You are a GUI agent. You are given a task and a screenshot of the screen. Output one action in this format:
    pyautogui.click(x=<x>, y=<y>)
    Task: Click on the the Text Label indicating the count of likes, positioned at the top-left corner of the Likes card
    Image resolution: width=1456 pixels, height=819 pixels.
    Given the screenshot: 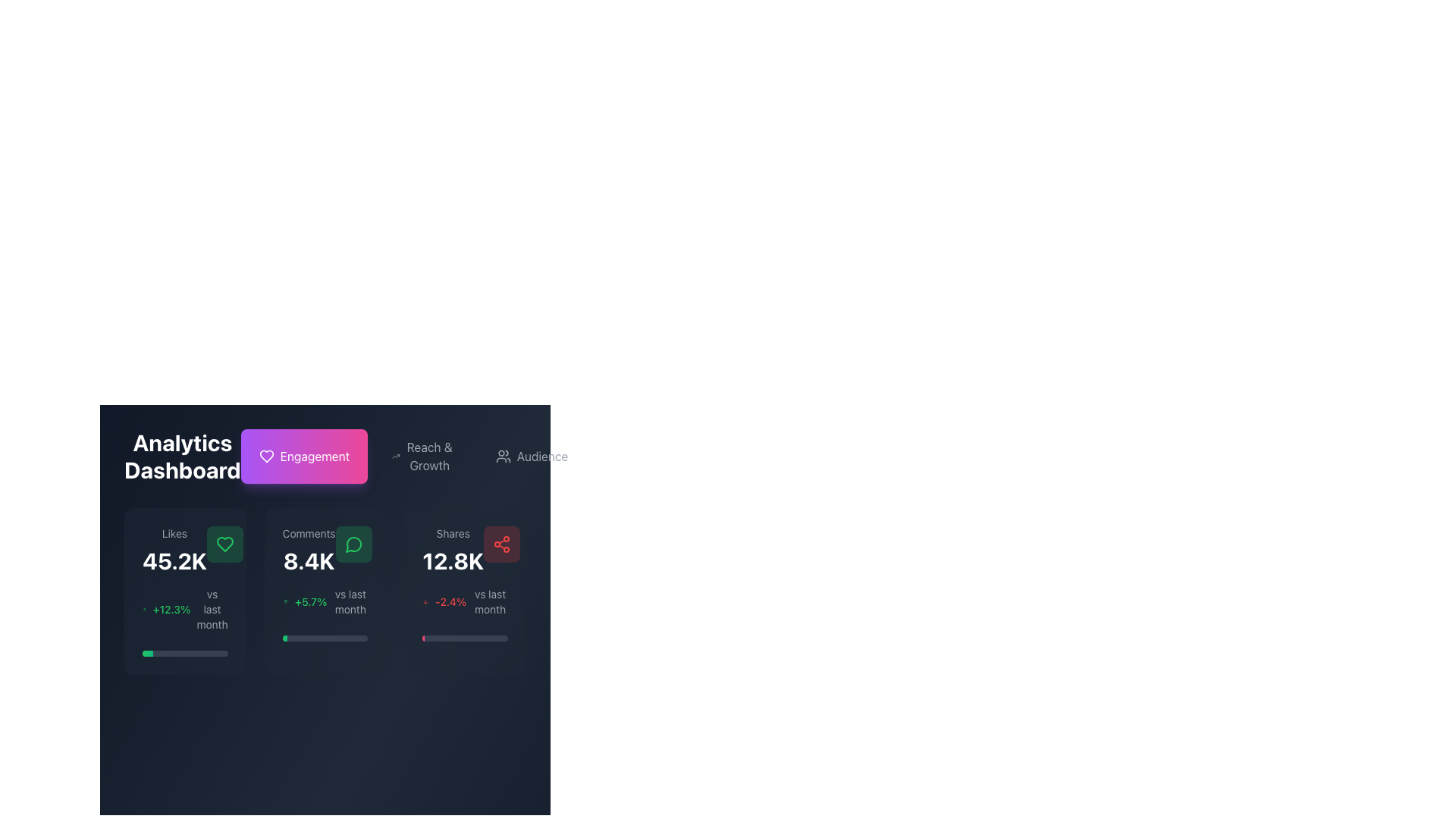 What is the action you would take?
    pyautogui.click(x=174, y=533)
    